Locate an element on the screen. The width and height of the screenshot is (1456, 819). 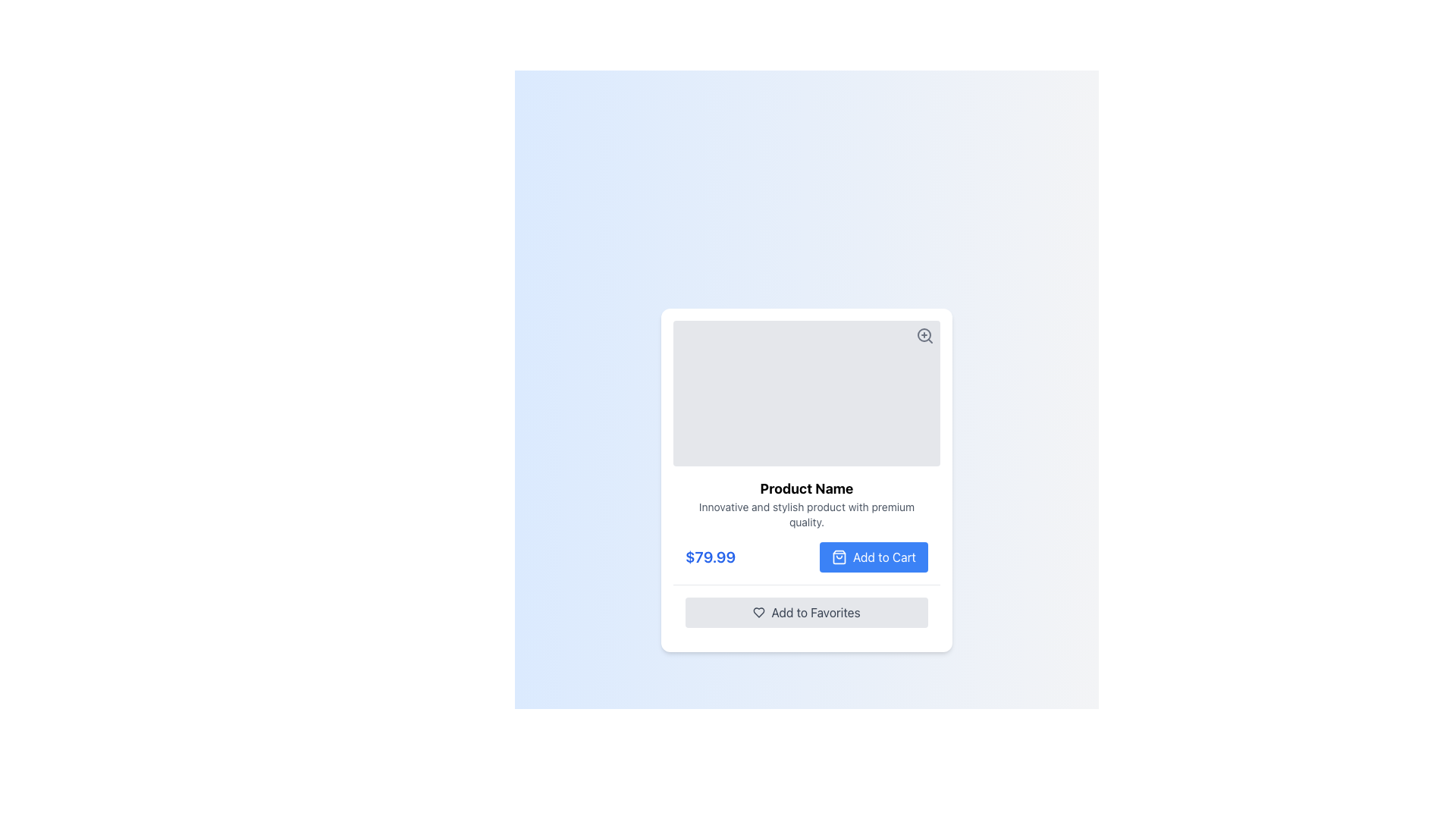
the button located at the bottom of the card layout is located at coordinates (806, 611).